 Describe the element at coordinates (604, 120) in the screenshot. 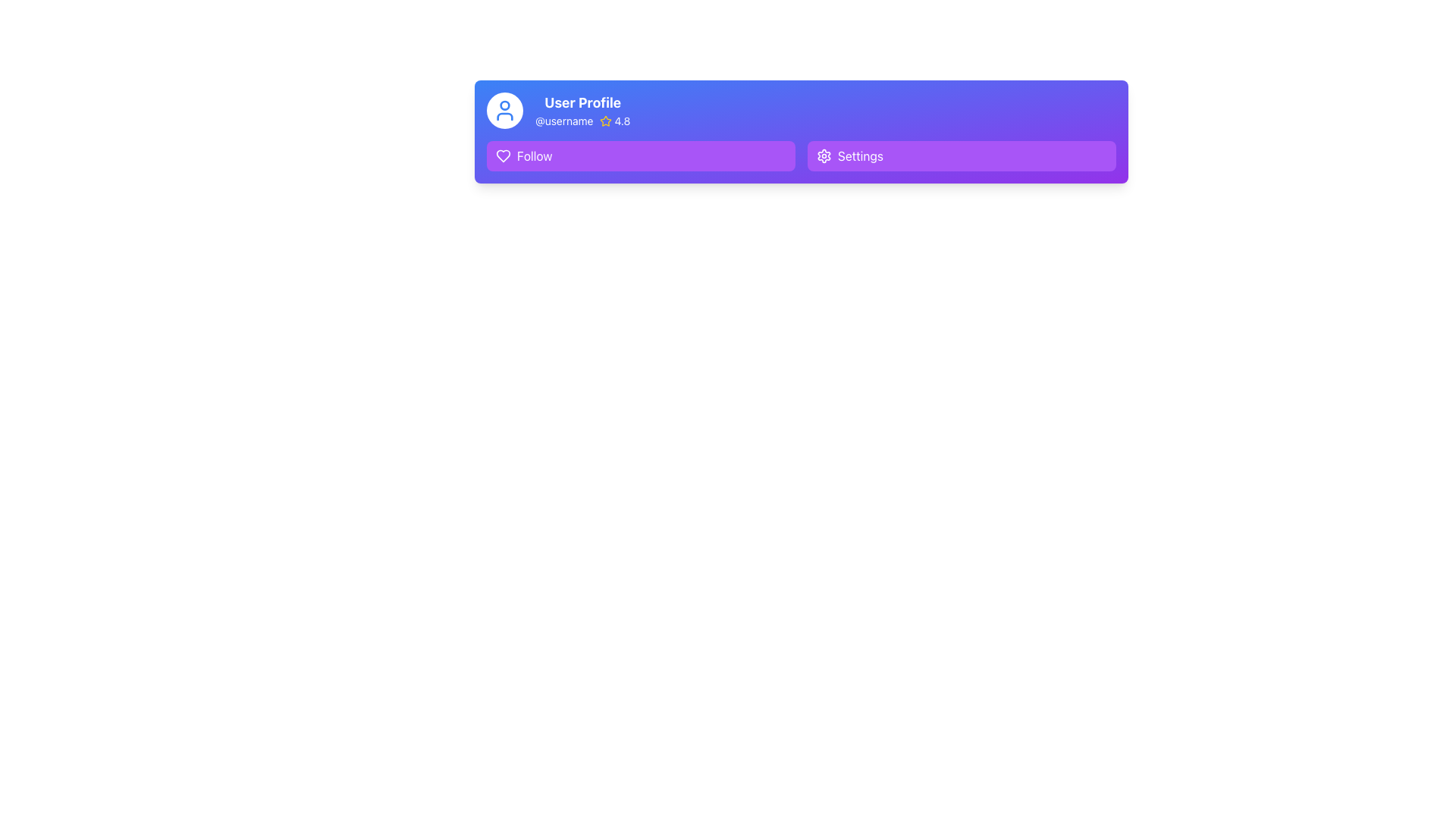

I see `the yellow star icon with a hollow center located beside the username text in the user profile header, adjacent to the text '4.8'` at that location.